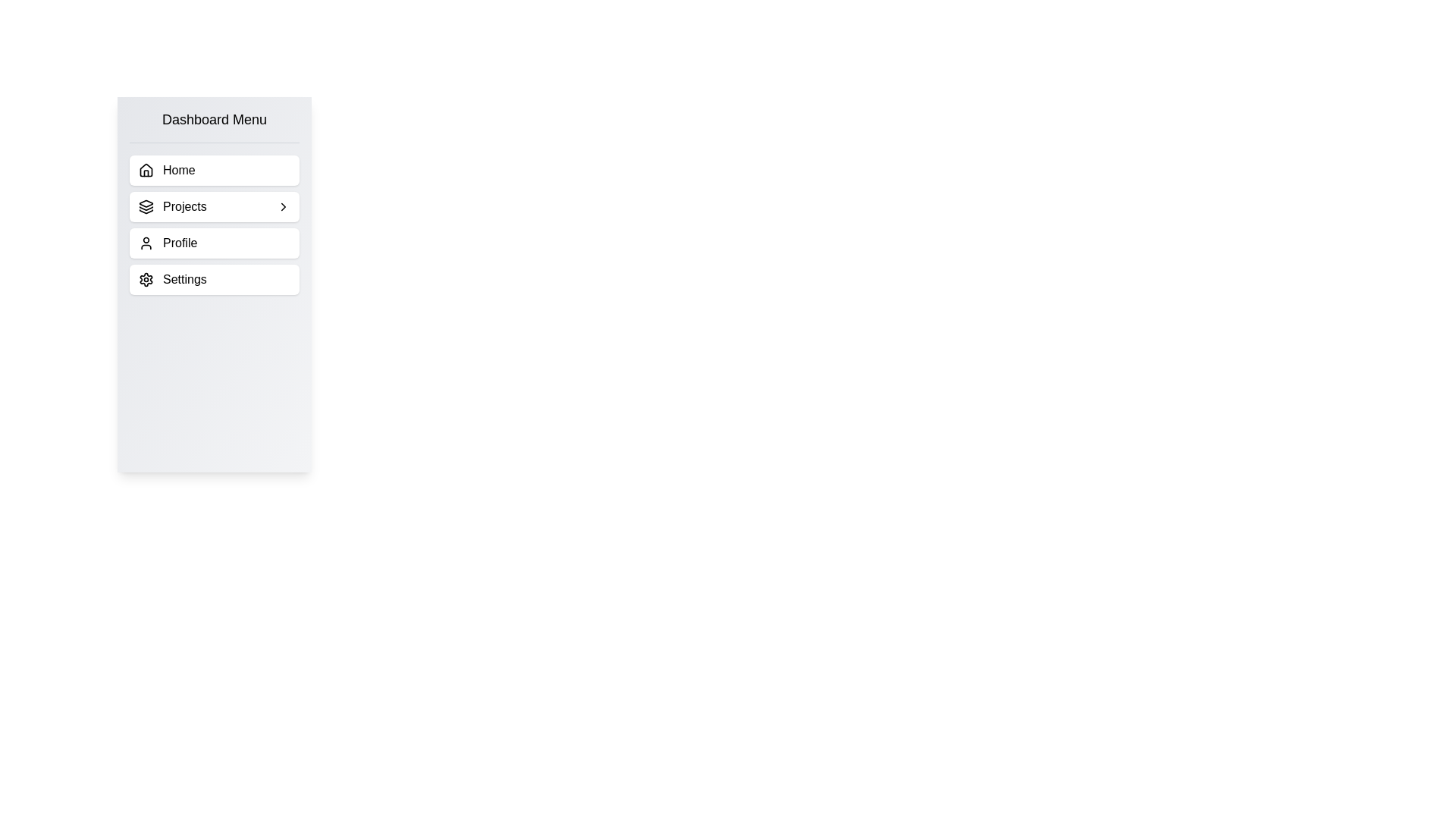 The width and height of the screenshot is (1456, 819). I want to click on the 'Settings' navigation menu item, which is represented by a gear icon and is the last item in the Dashboard Menu, so click(172, 280).